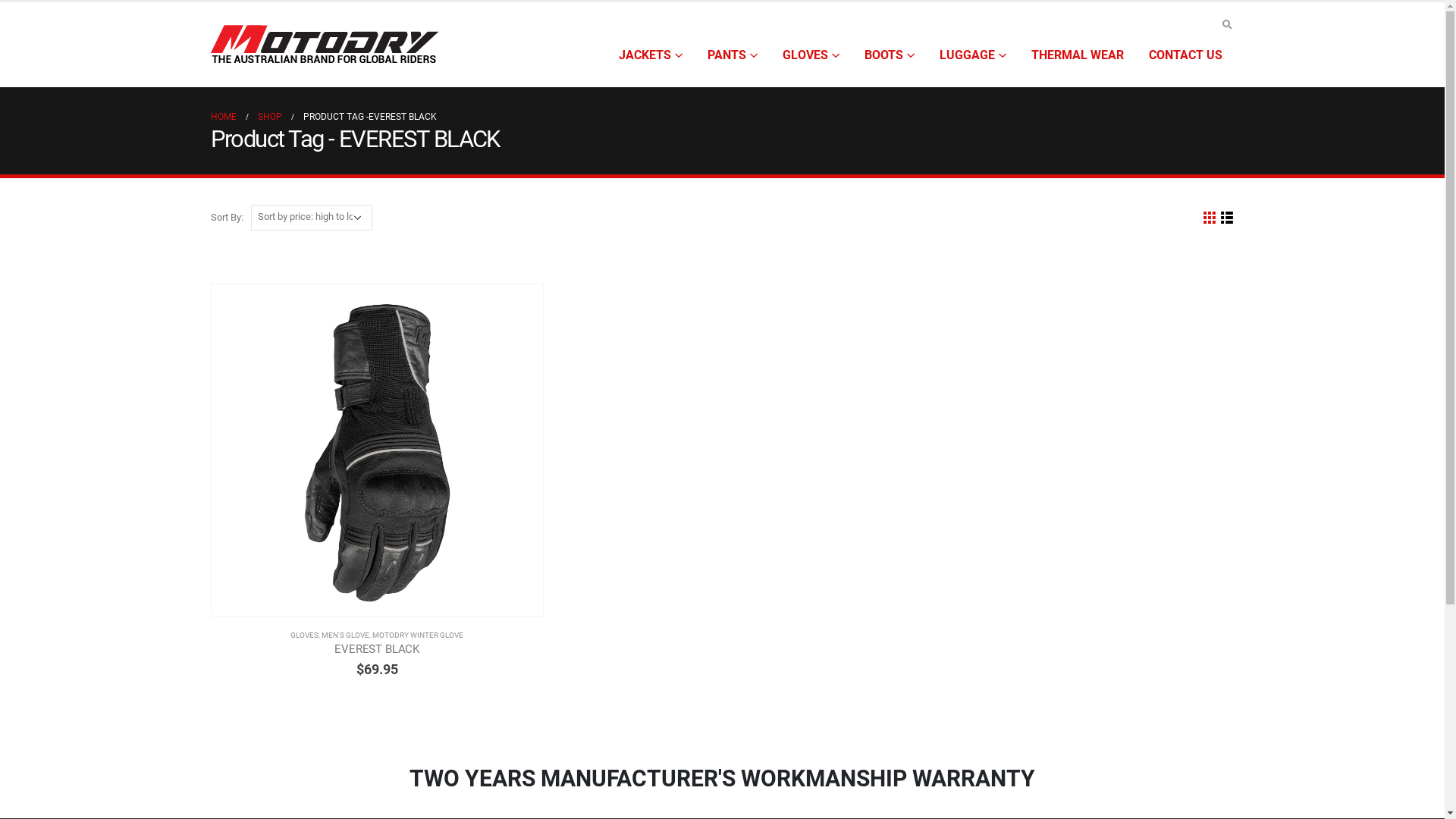 The height and width of the screenshot is (819, 1456). Describe the element at coordinates (651, 55) in the screenshot. I see `'JACKETS'` at that location.